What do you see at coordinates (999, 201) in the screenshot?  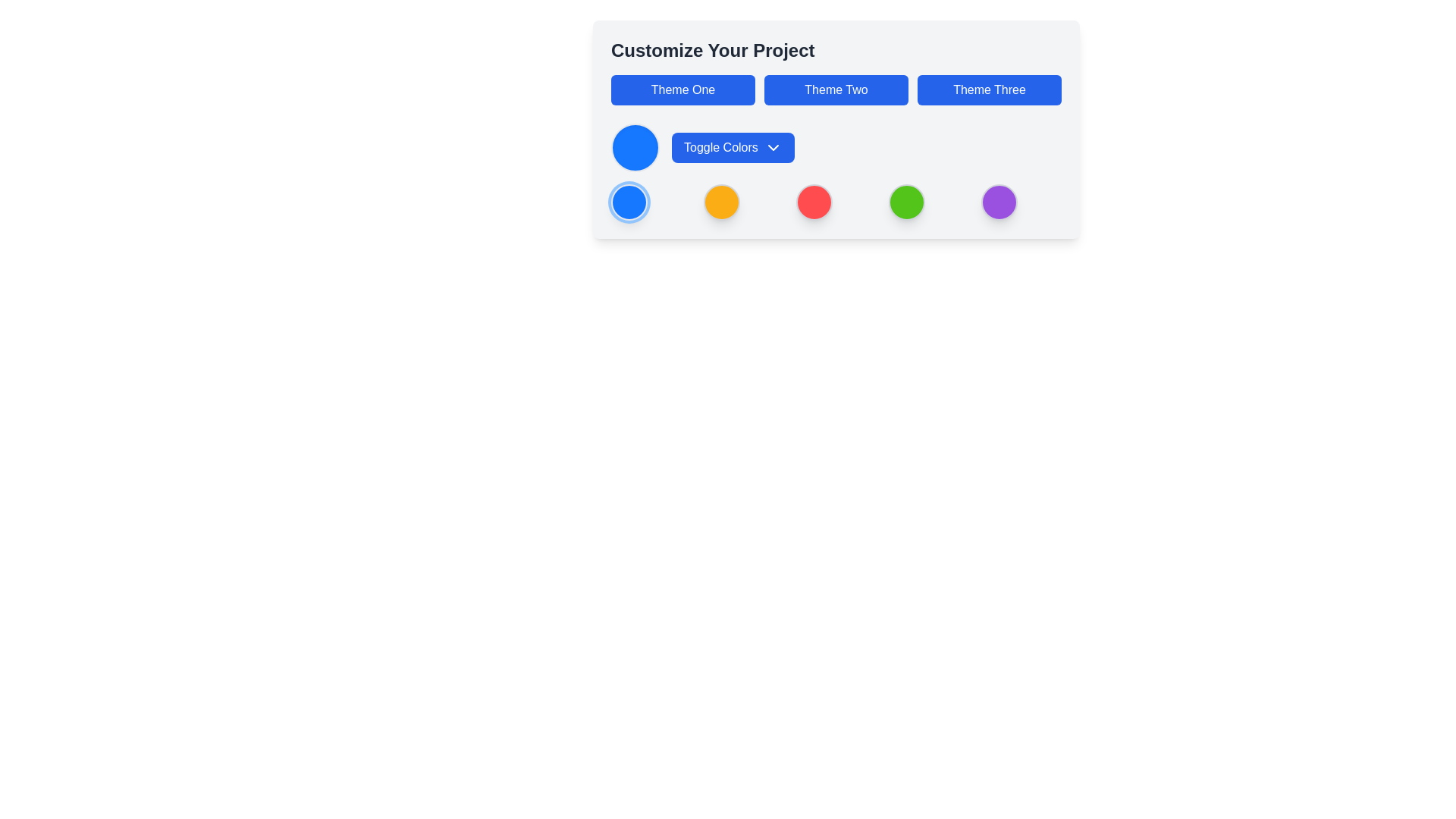 I see `the fifth button in the horizontal sequence that applies a purple-themed option in the customization interface` at bounding box center [999, 201].